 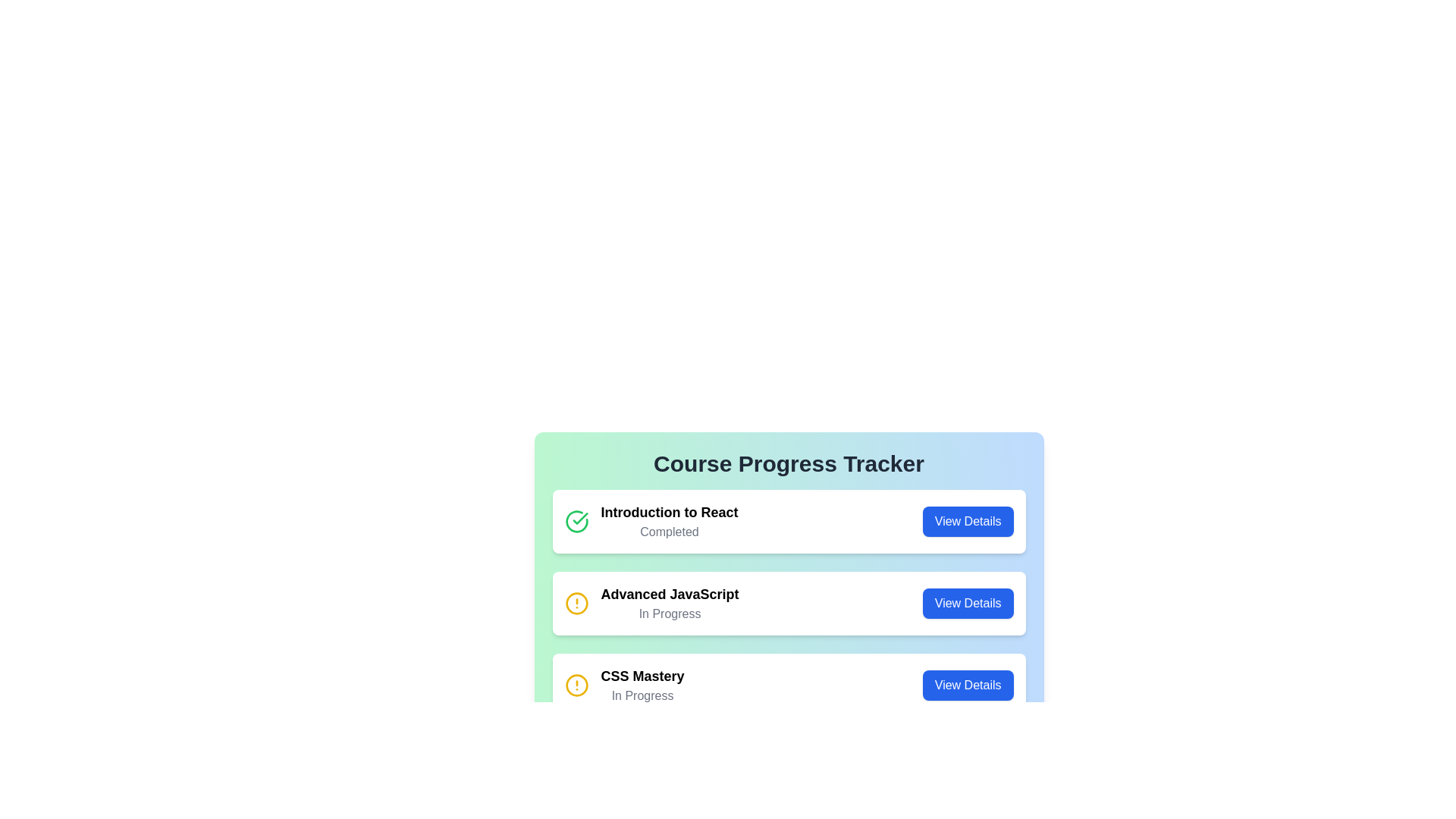 I want to click on title text of the course labeled 'Introduction to React', which is displayed at the top-left section of the course card in the course tracker interface, so click(x=669, y=512).